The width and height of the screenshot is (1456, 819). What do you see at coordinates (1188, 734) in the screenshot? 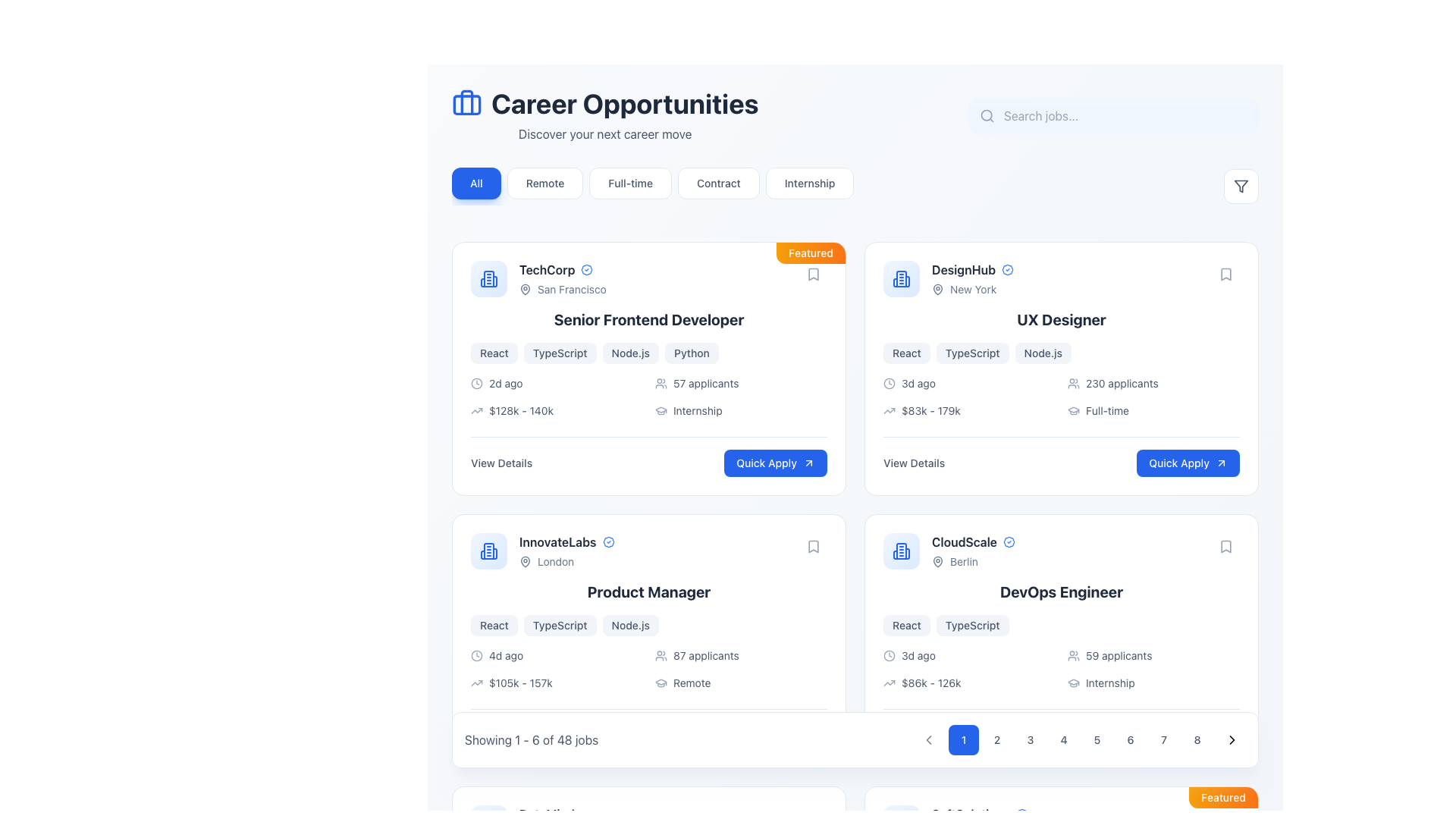
I see `the Quick Apply button located on the right side of the job card in the 'Career Opportunities' interface` at bounding box center [1188, 734].